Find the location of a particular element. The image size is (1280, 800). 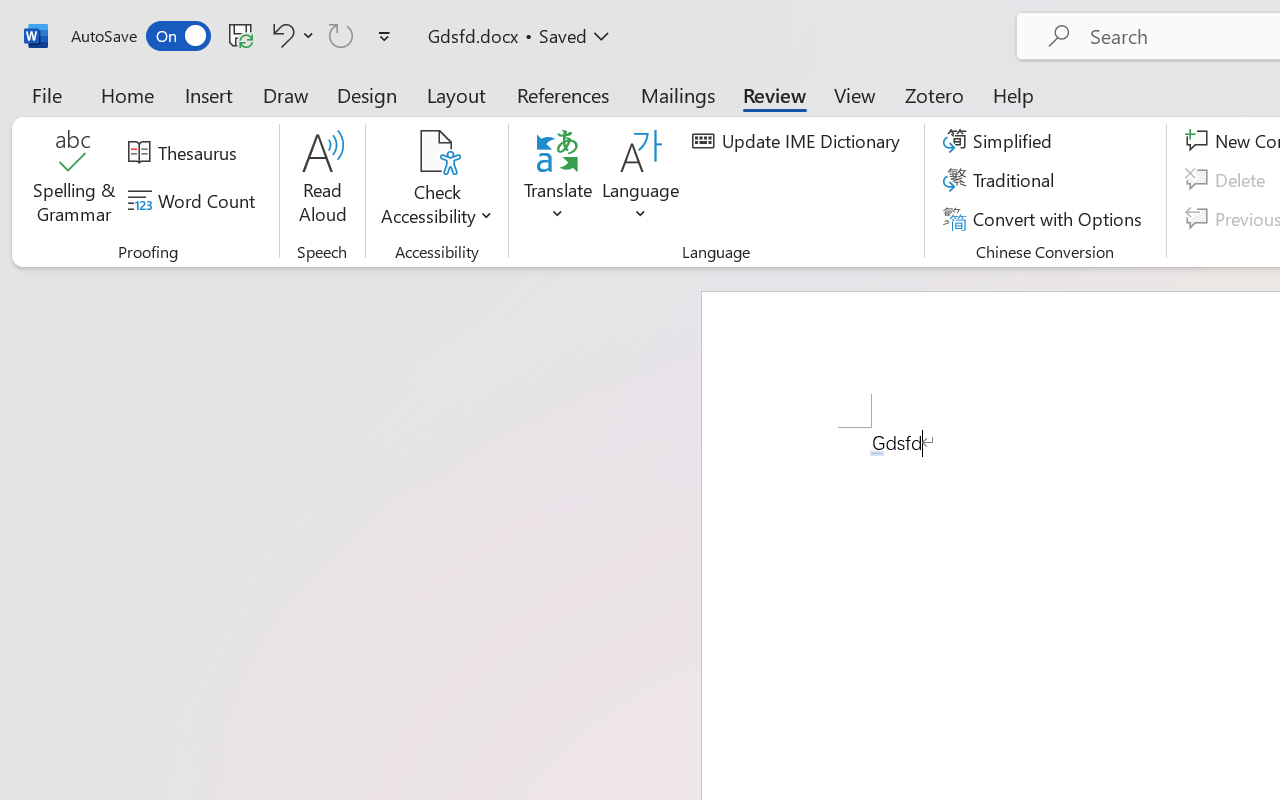

'Read Aloud' is located at coordinates (323, 179).